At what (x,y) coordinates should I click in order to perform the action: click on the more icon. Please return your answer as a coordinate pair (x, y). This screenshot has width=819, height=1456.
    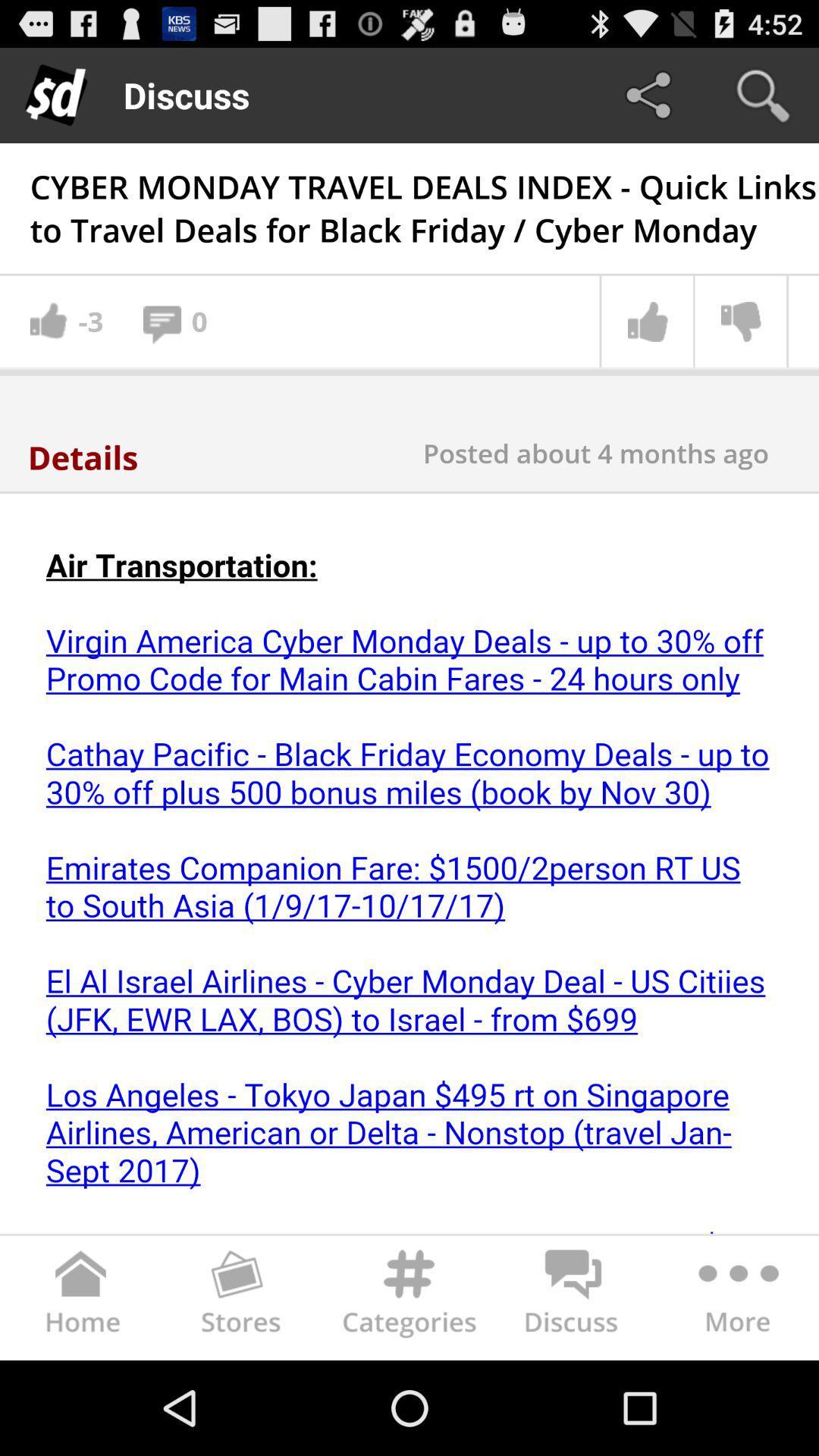
    Looking at the image, I should click on (736, 1392).